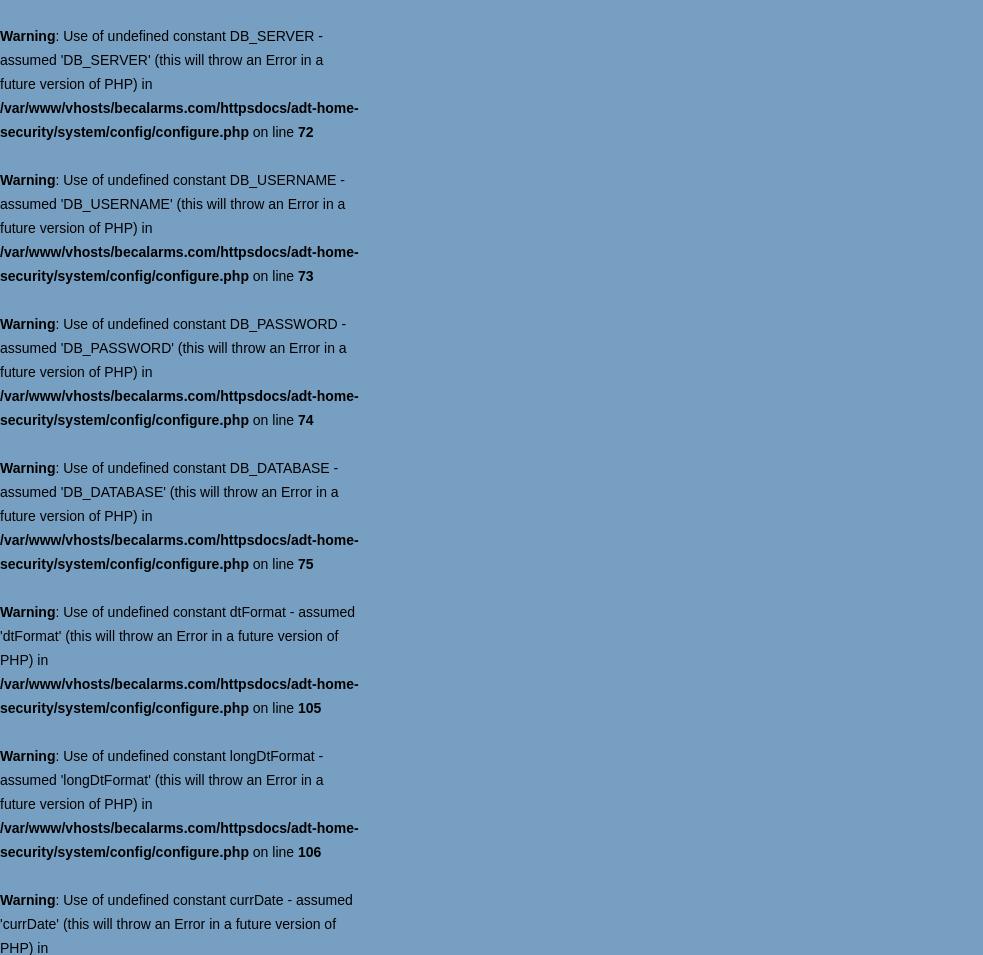 This screenshot has height=955, width=983. I want to click on '106', so click(308, 851).